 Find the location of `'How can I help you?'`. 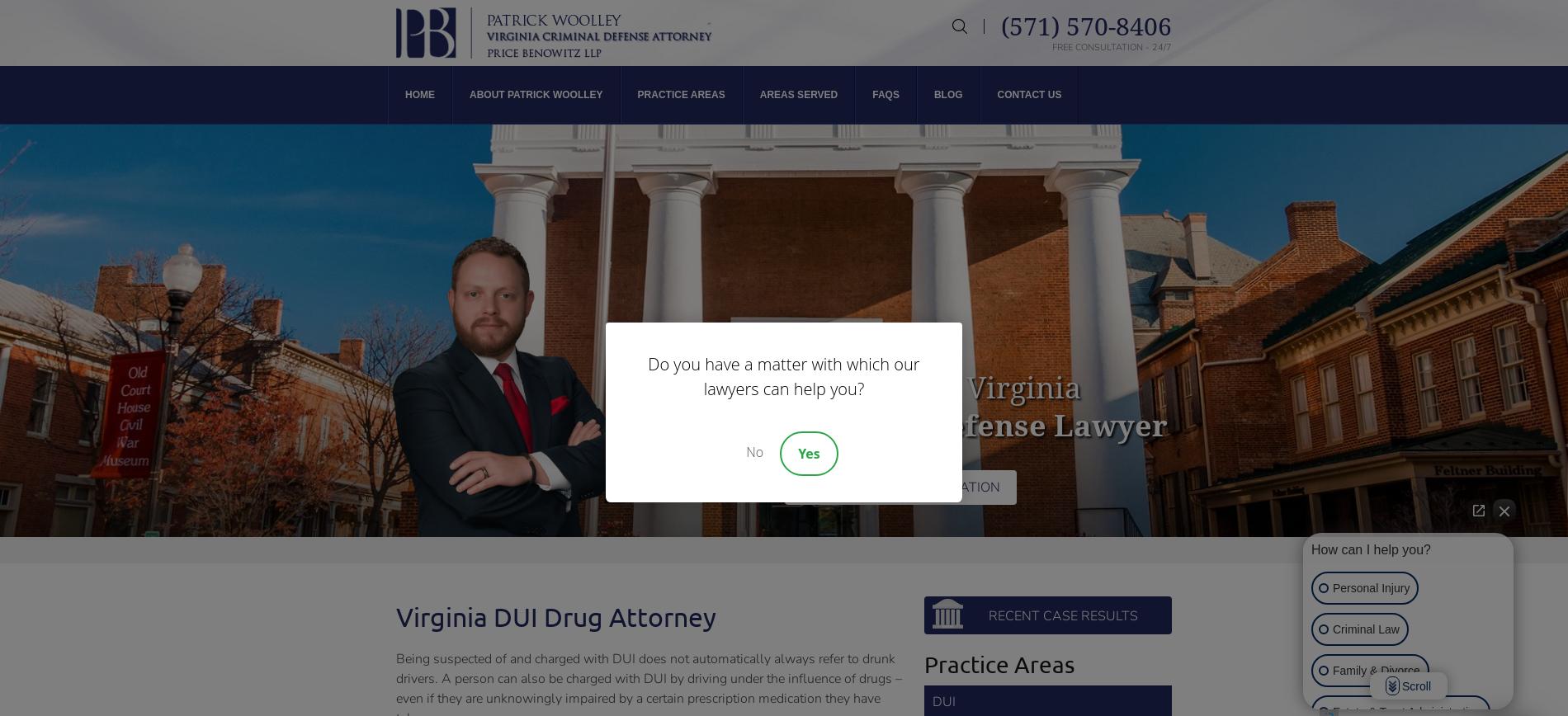

'How can I help you?' is located at coordinates (1311, 549).